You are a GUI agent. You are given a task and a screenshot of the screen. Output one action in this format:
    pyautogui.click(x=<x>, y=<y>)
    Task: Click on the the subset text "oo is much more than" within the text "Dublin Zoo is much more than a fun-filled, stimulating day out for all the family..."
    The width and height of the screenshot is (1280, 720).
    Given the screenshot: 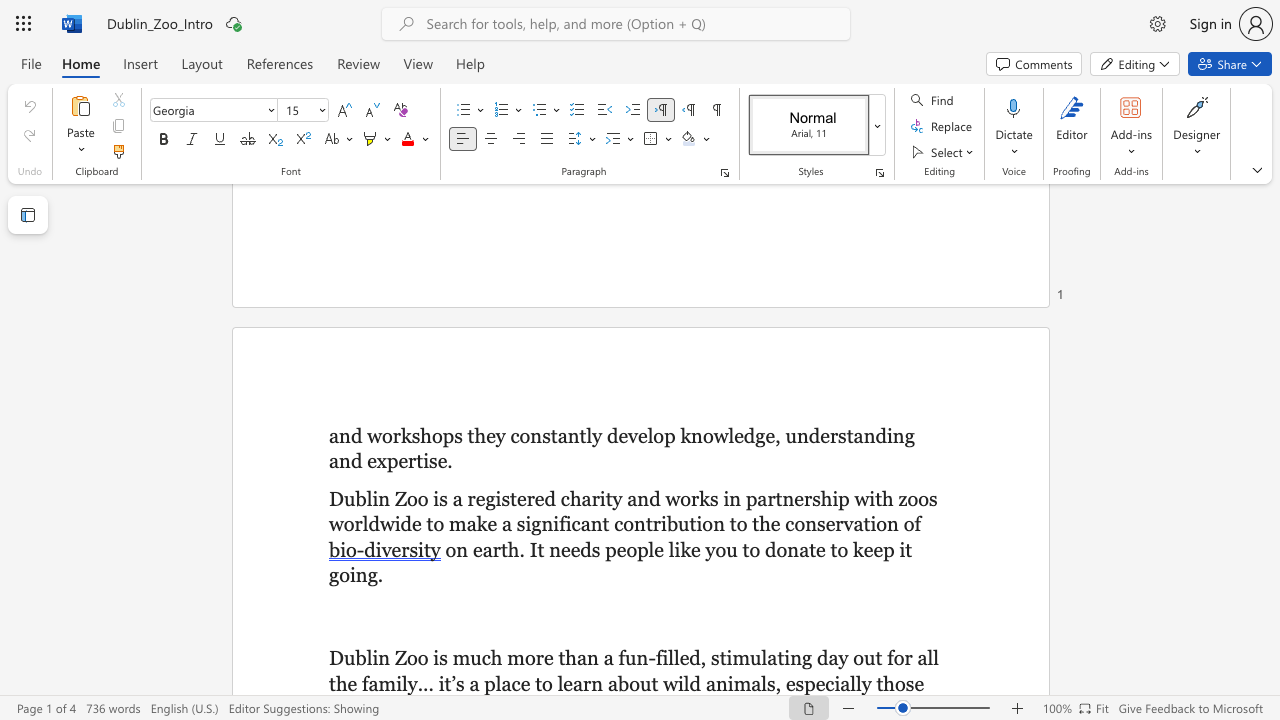 What is the action you would take?
    pyautogui.click(x=405, y=658)
    